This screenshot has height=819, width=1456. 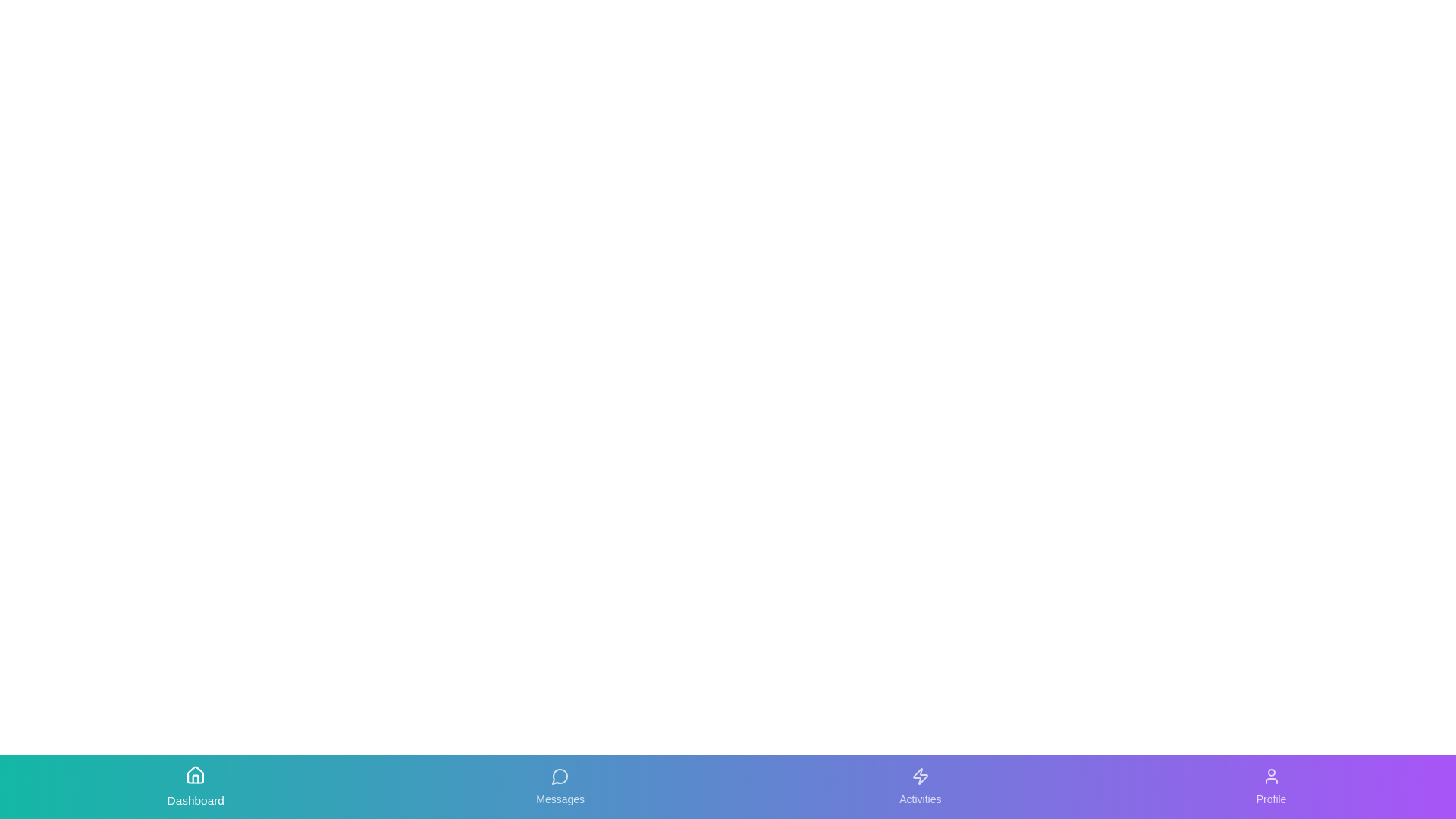 What do you see at coordinates (560, 786) in the screenshot?
I see `the Messages tab in the navigation bar` at bounding box center [560, 786].